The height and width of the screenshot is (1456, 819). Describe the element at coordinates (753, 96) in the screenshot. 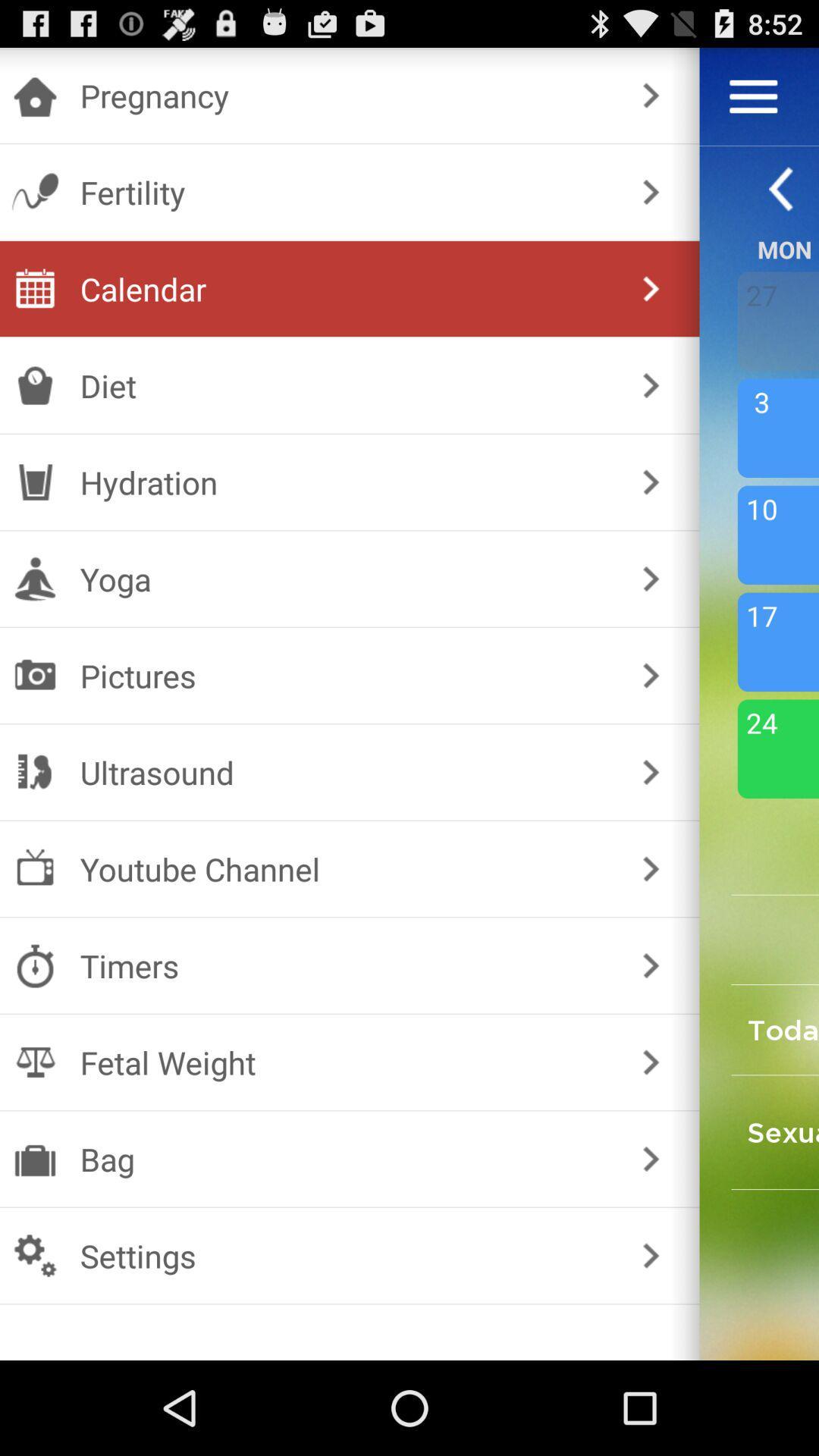

I see `menu` at that location.